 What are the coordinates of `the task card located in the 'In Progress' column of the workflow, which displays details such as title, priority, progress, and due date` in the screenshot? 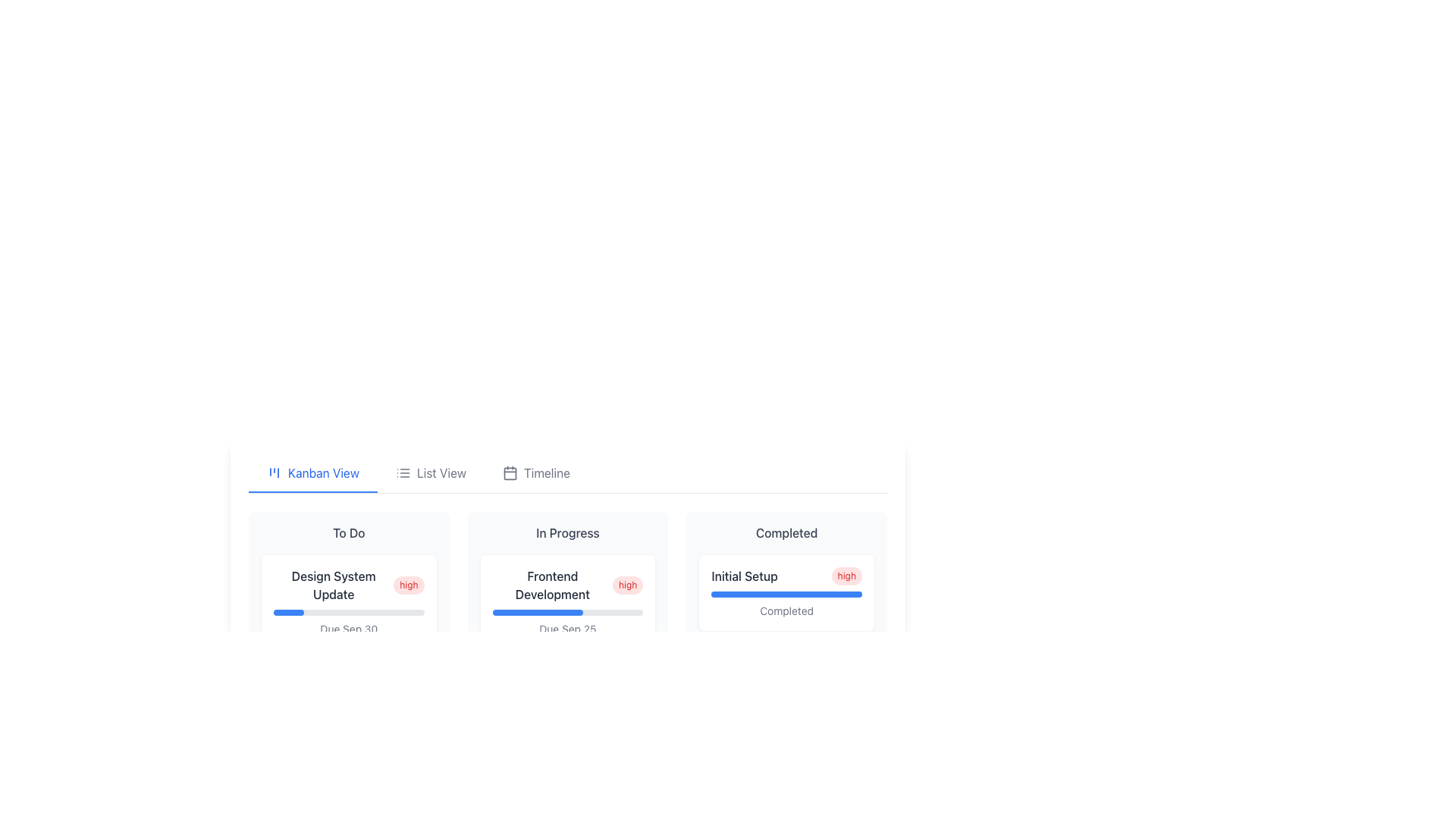 It's located at (566, 604).